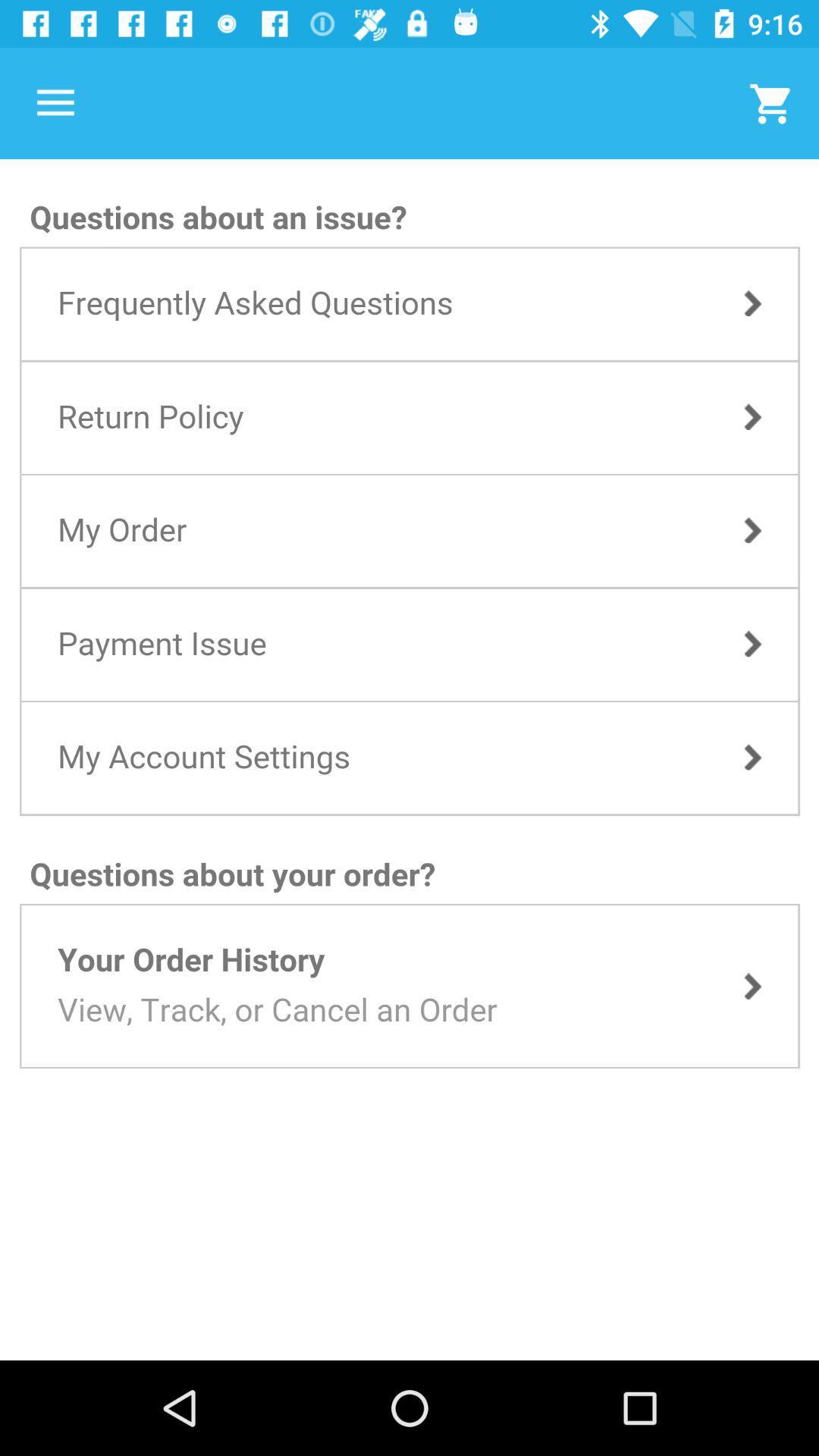 The height and width of the screenshot is (1456, 819). I want to click on take me to the site, so click(409, 760).